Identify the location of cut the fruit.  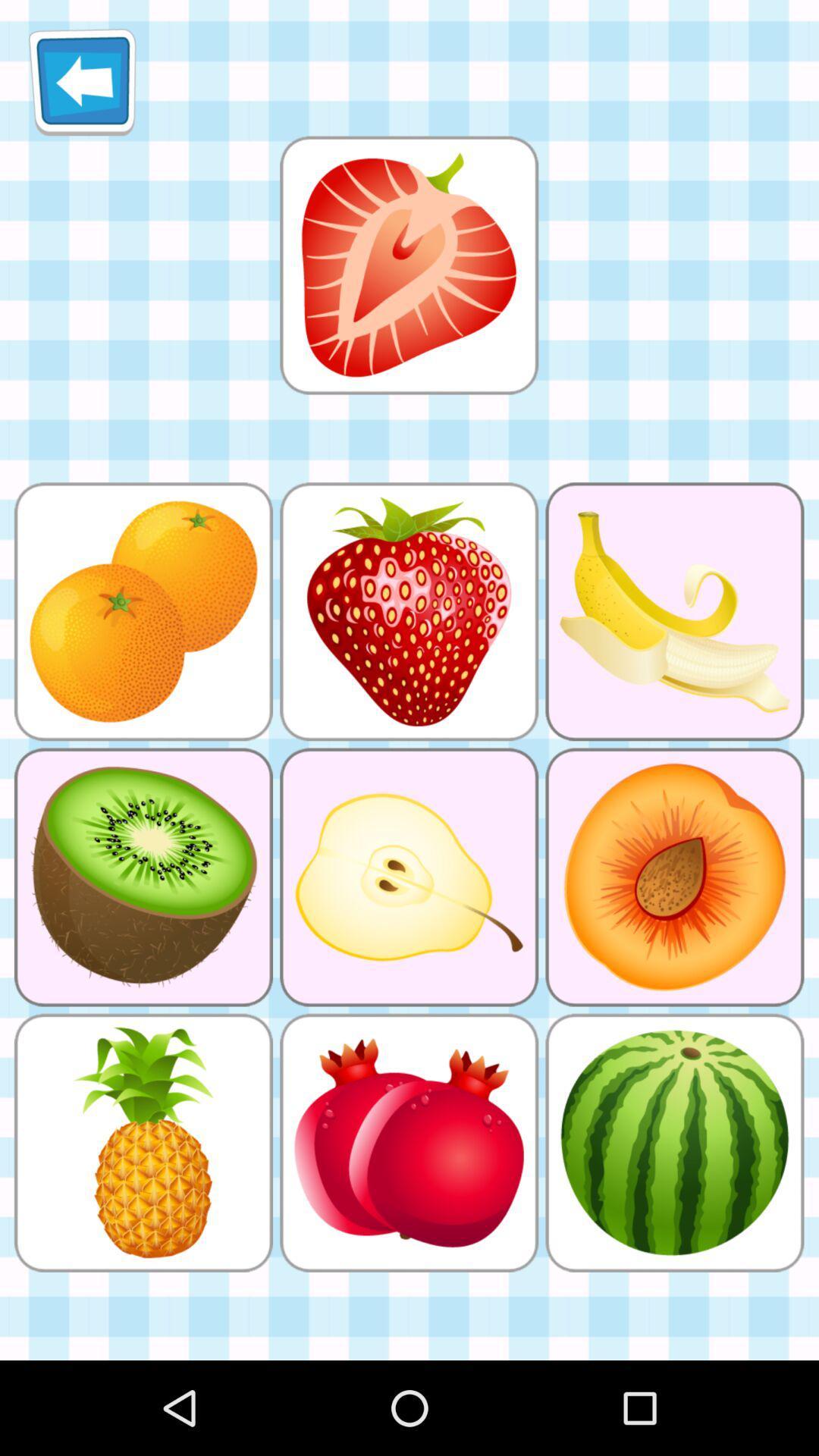
(408, 265).